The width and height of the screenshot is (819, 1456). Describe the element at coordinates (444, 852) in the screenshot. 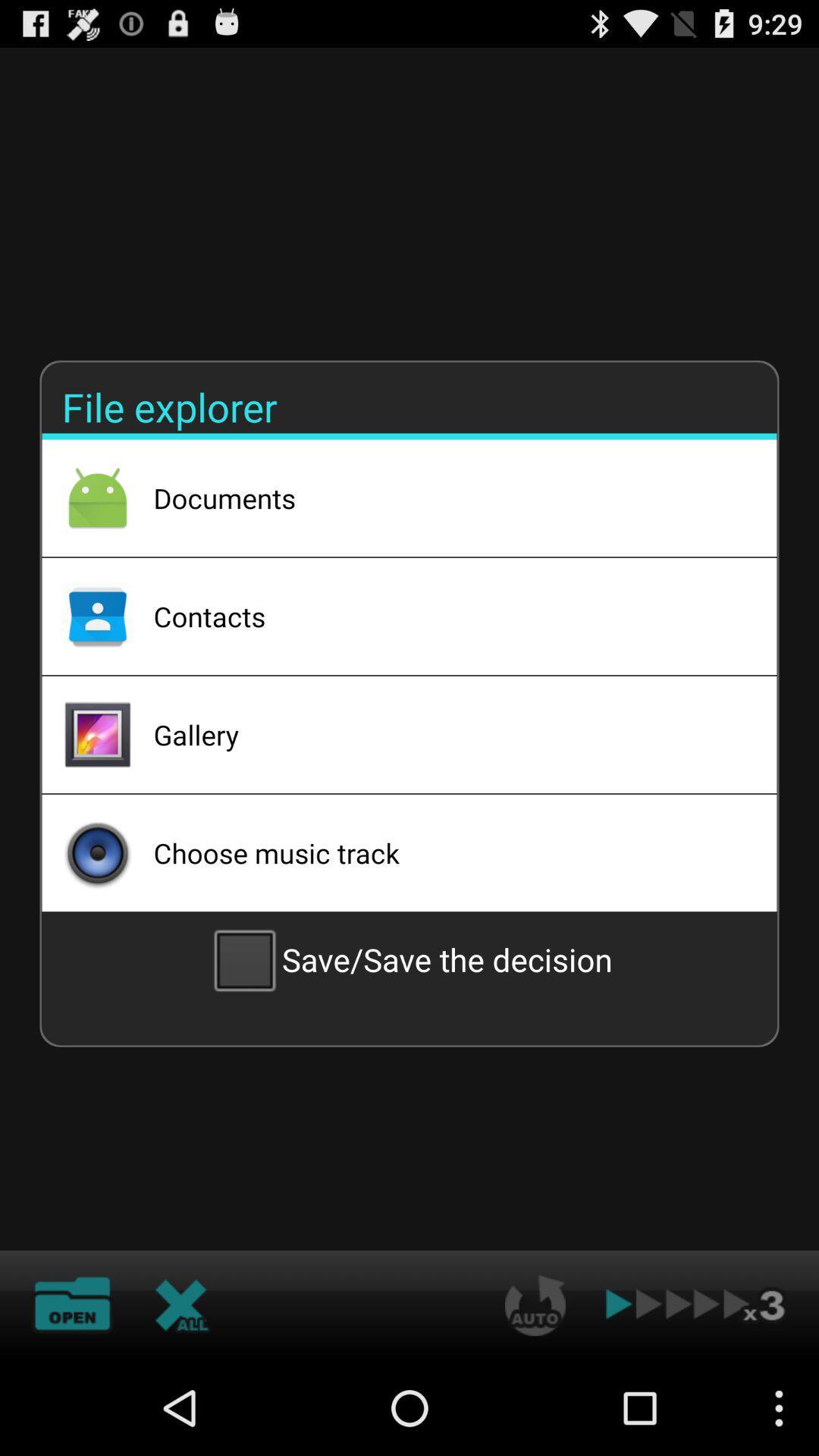

I see `choose music track` at that location.